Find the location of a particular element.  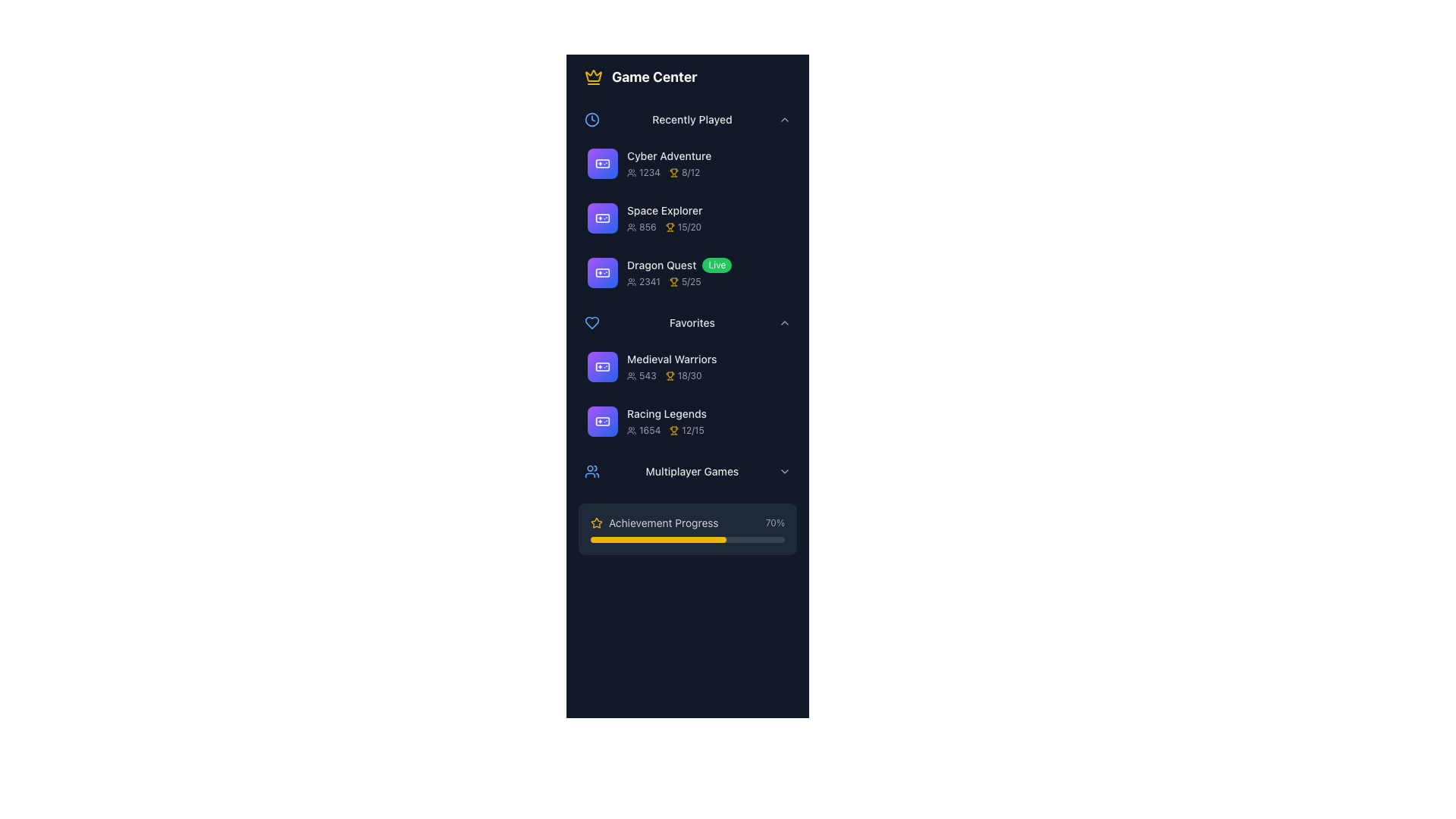

the second list item under the 'Favorites' section that displays details about the game 'Racing Legends' is located at coordinates (706, 421).